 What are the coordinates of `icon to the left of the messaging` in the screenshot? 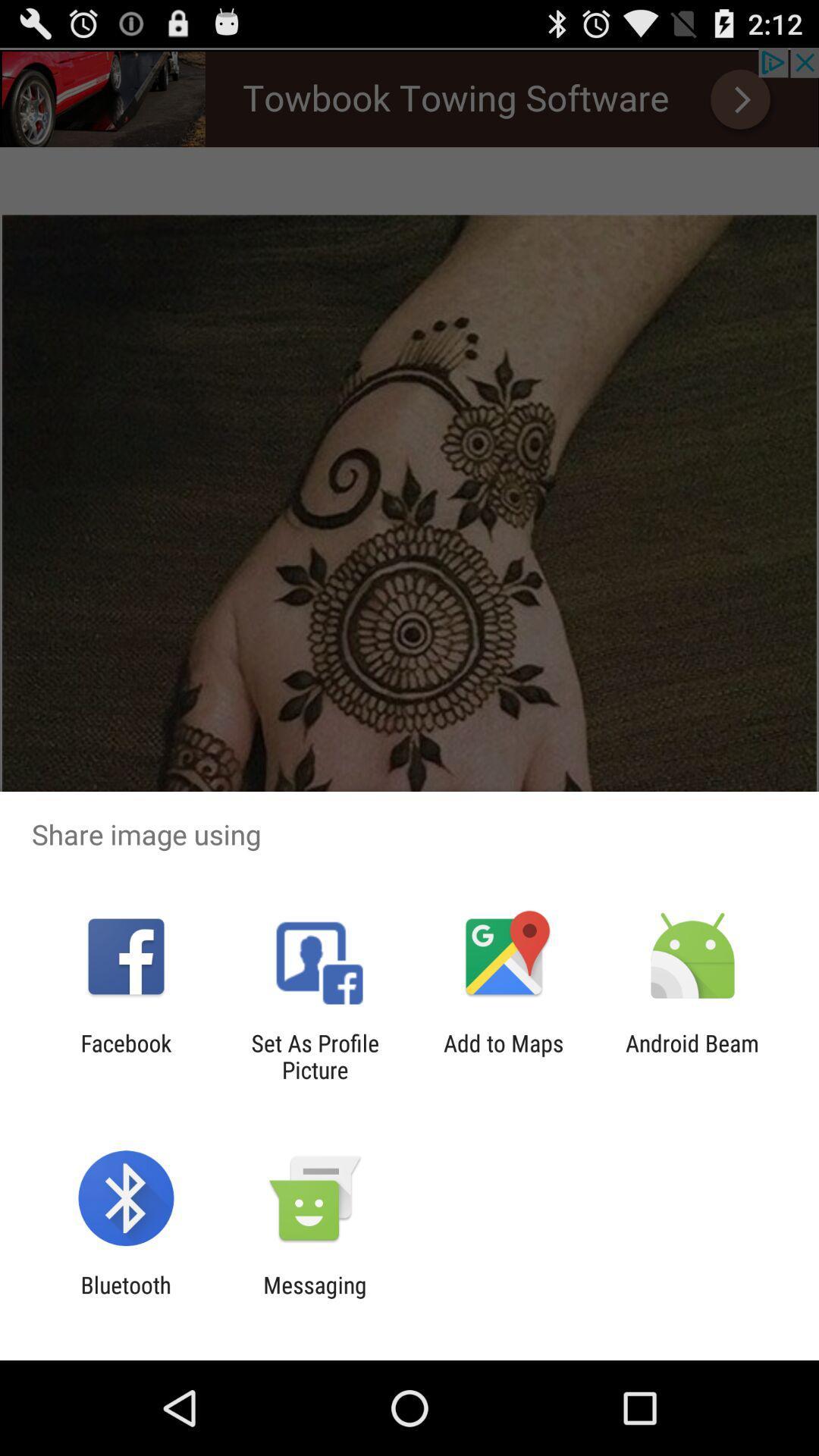 It's located at (125, 1298).